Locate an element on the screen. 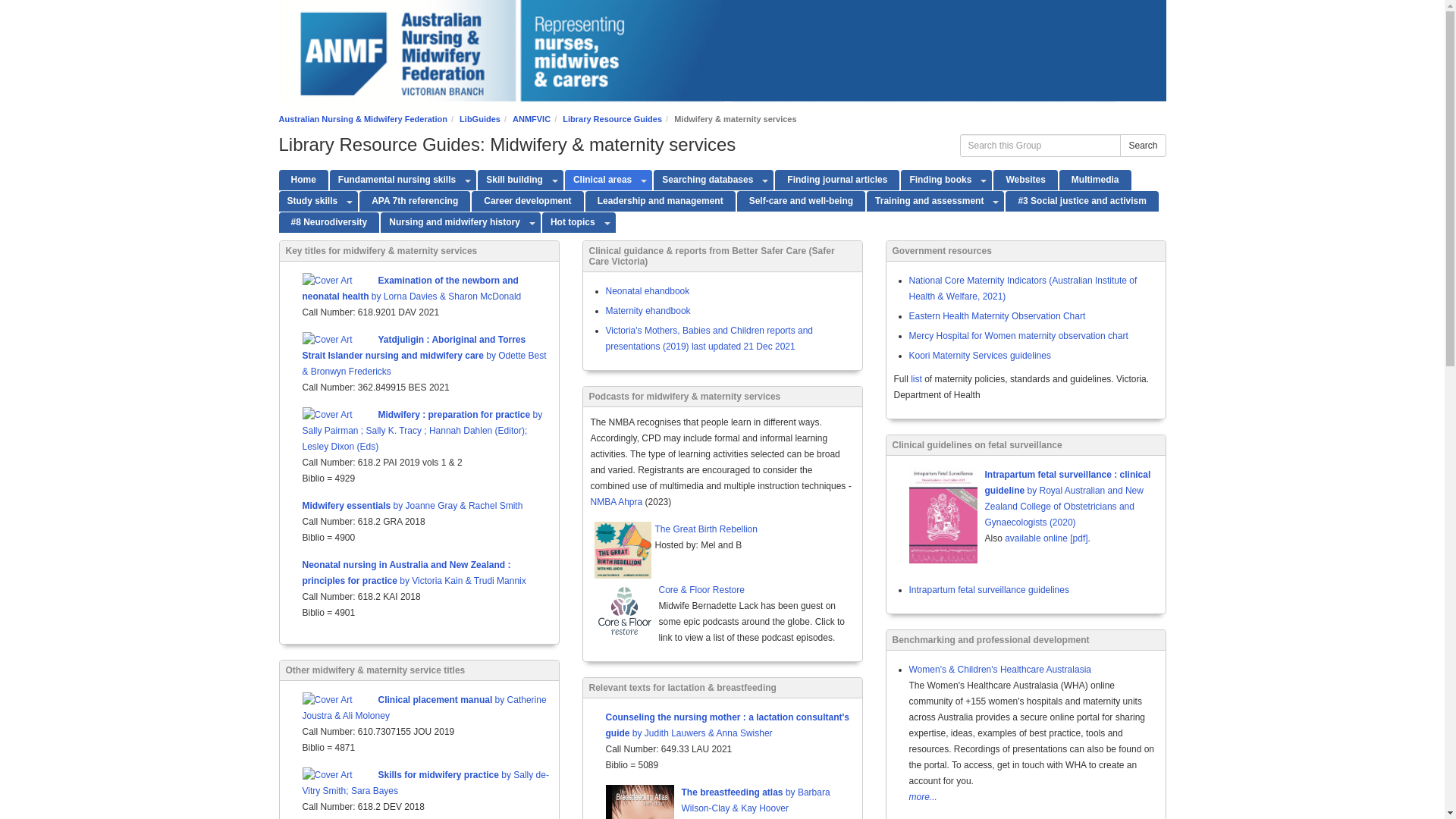 The image size is (1456, 819). 'Mercy Hospital for Women maternity observation chart' is located at coordinates (1018, 335).